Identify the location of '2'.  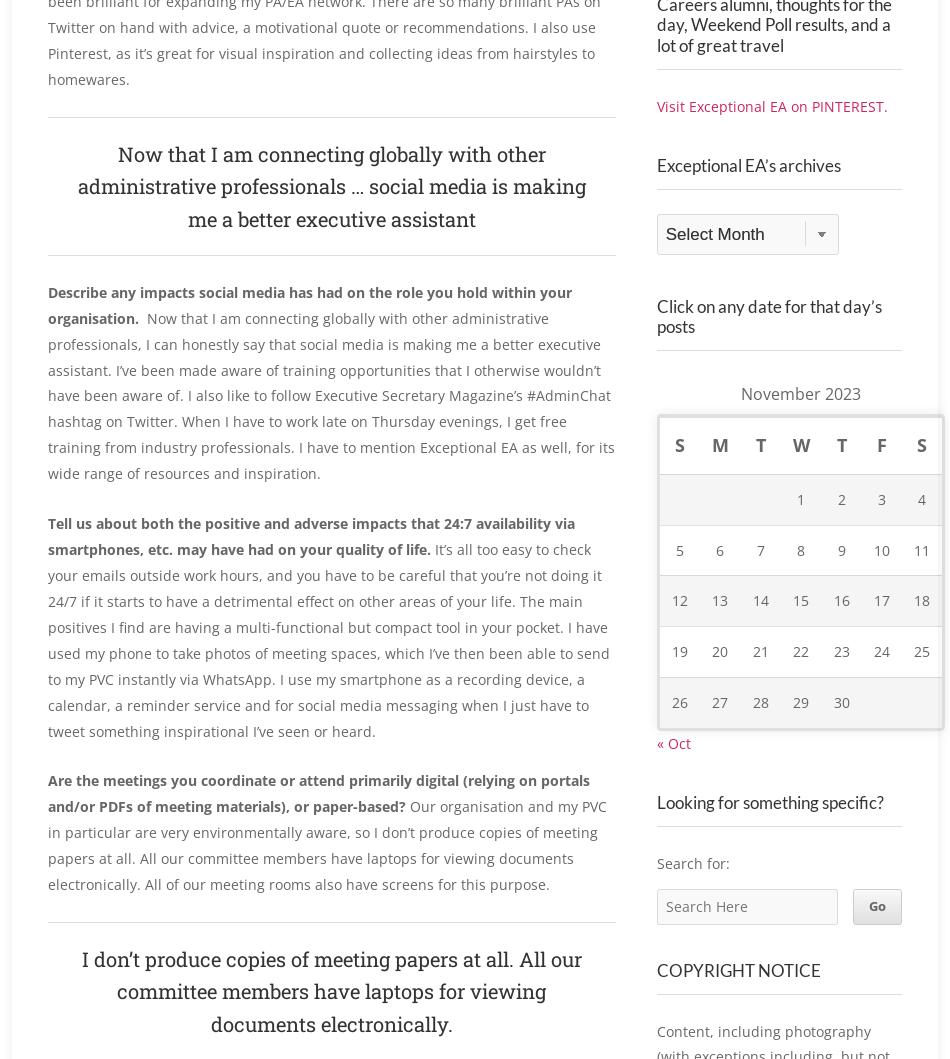
(840, 542).